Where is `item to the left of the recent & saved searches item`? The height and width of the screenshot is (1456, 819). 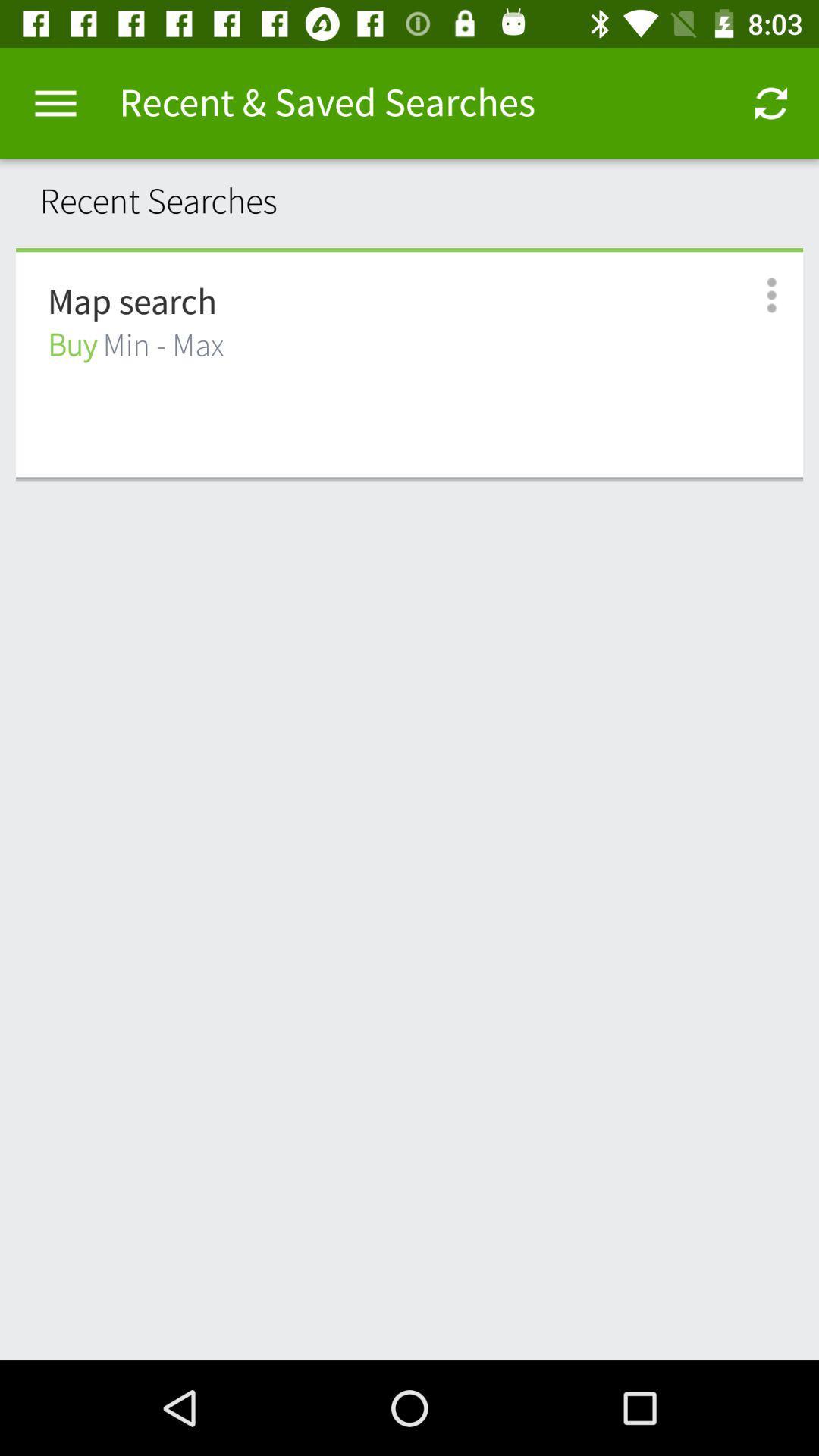 item to the left of the recent & saved searches item is located at coordinates (55, 102).